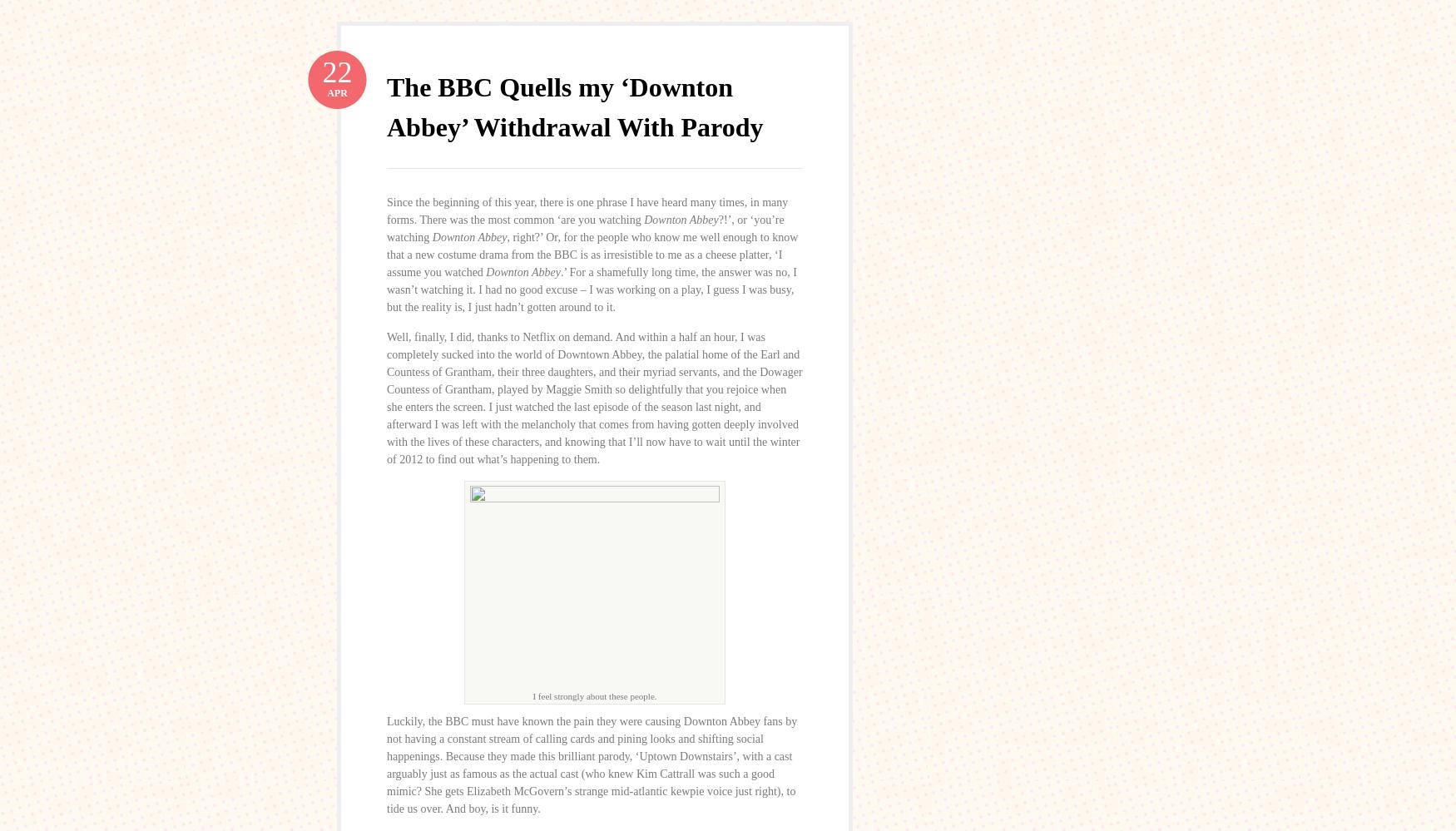  What do you see at coordinates (386, 289) in the screenshot?
I see `'.’ For a shamefully long time, the answer was no, I wasn’t watching it. I had no good excuse – I was working on a play, I guess I was busy, but the reality is, I just hadn’t gotten around to it.'` at bounding box center [386, 289].